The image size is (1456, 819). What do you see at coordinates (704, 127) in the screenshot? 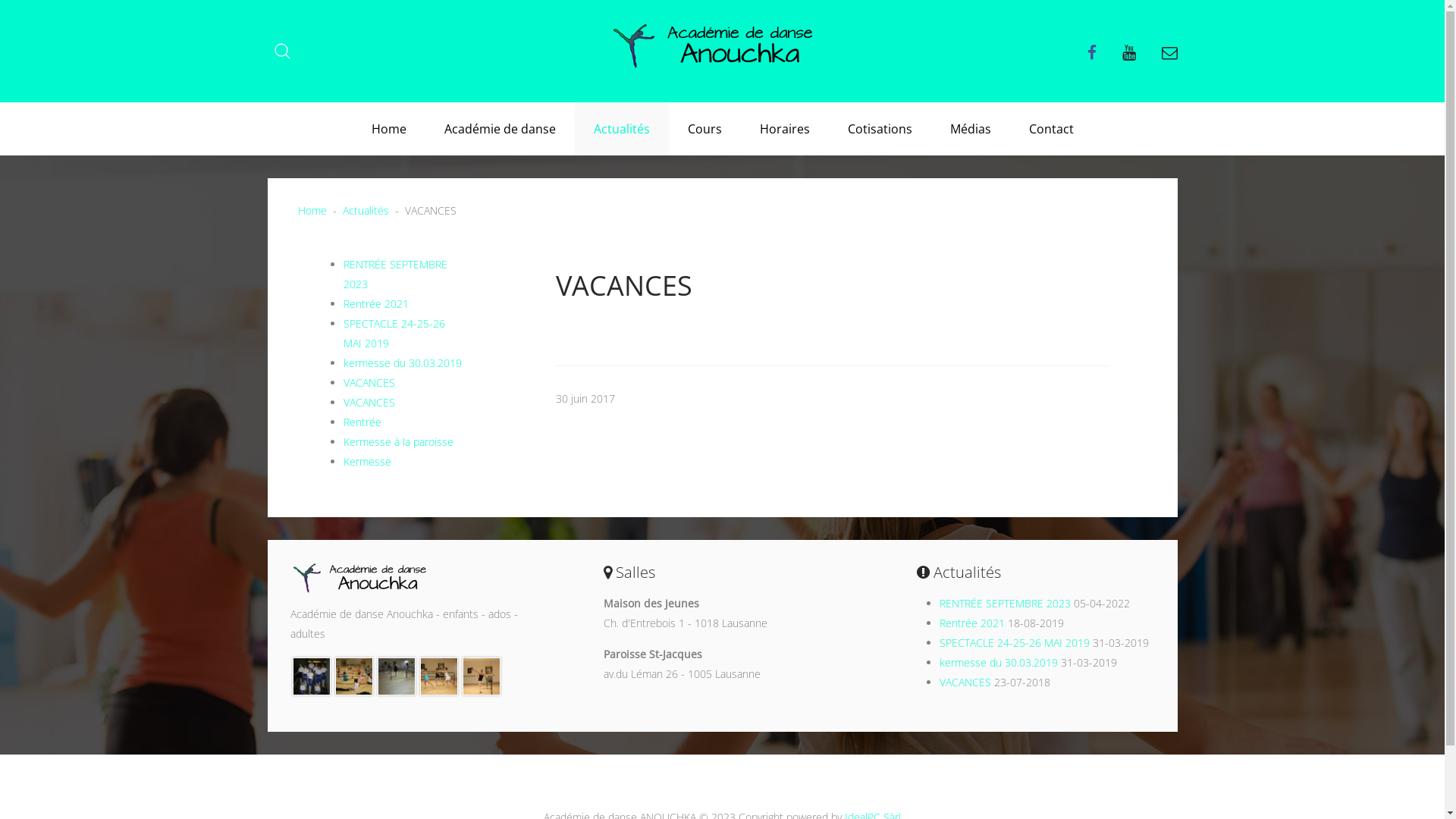
I see `'Cours'` at bounding box center [704, 127].